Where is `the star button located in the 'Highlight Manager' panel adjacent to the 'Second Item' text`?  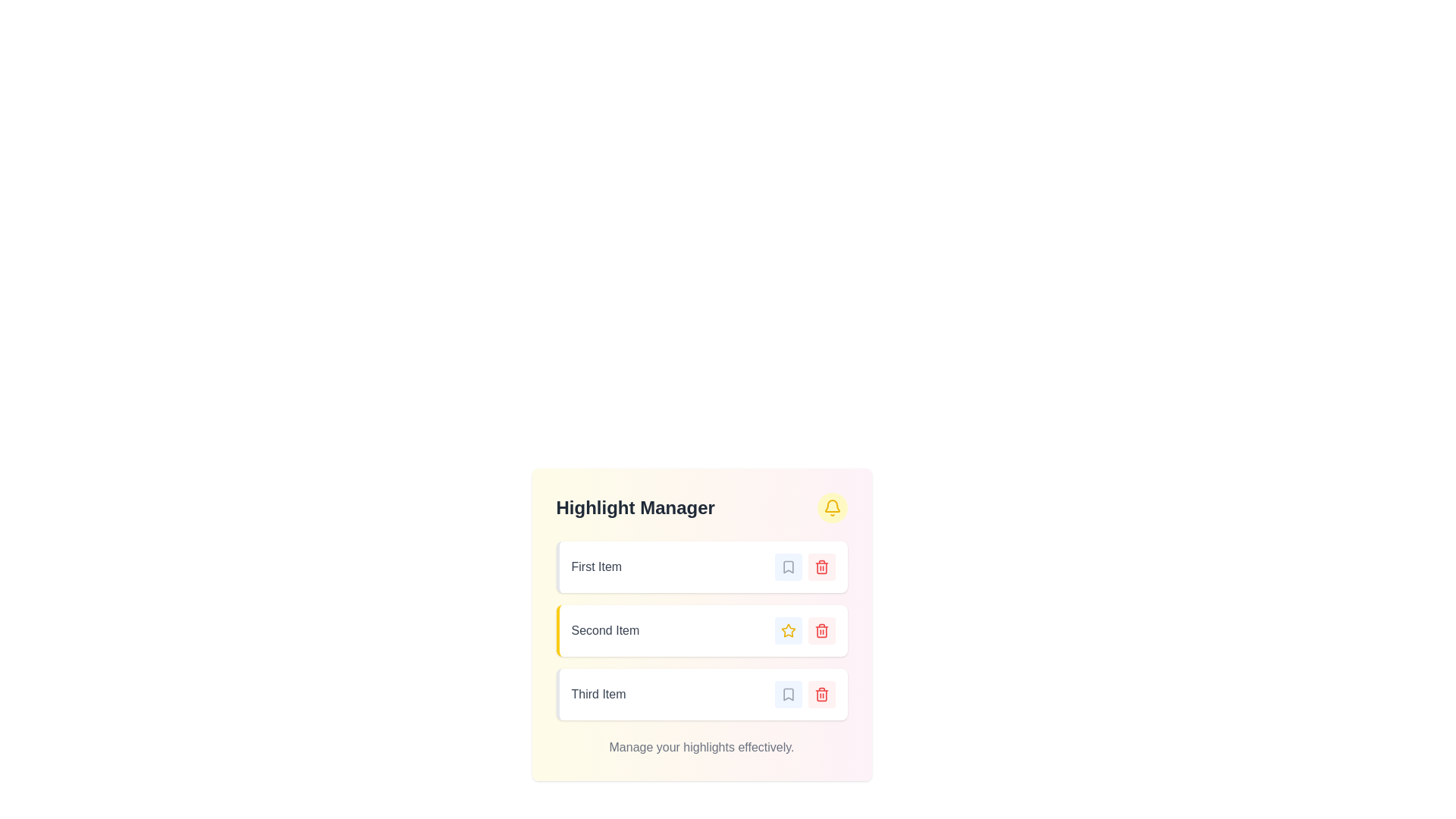
the star button located in the 'Highlight Manager' panel adjacent to the 'Second Item' text is located at coordinates (788, 631).